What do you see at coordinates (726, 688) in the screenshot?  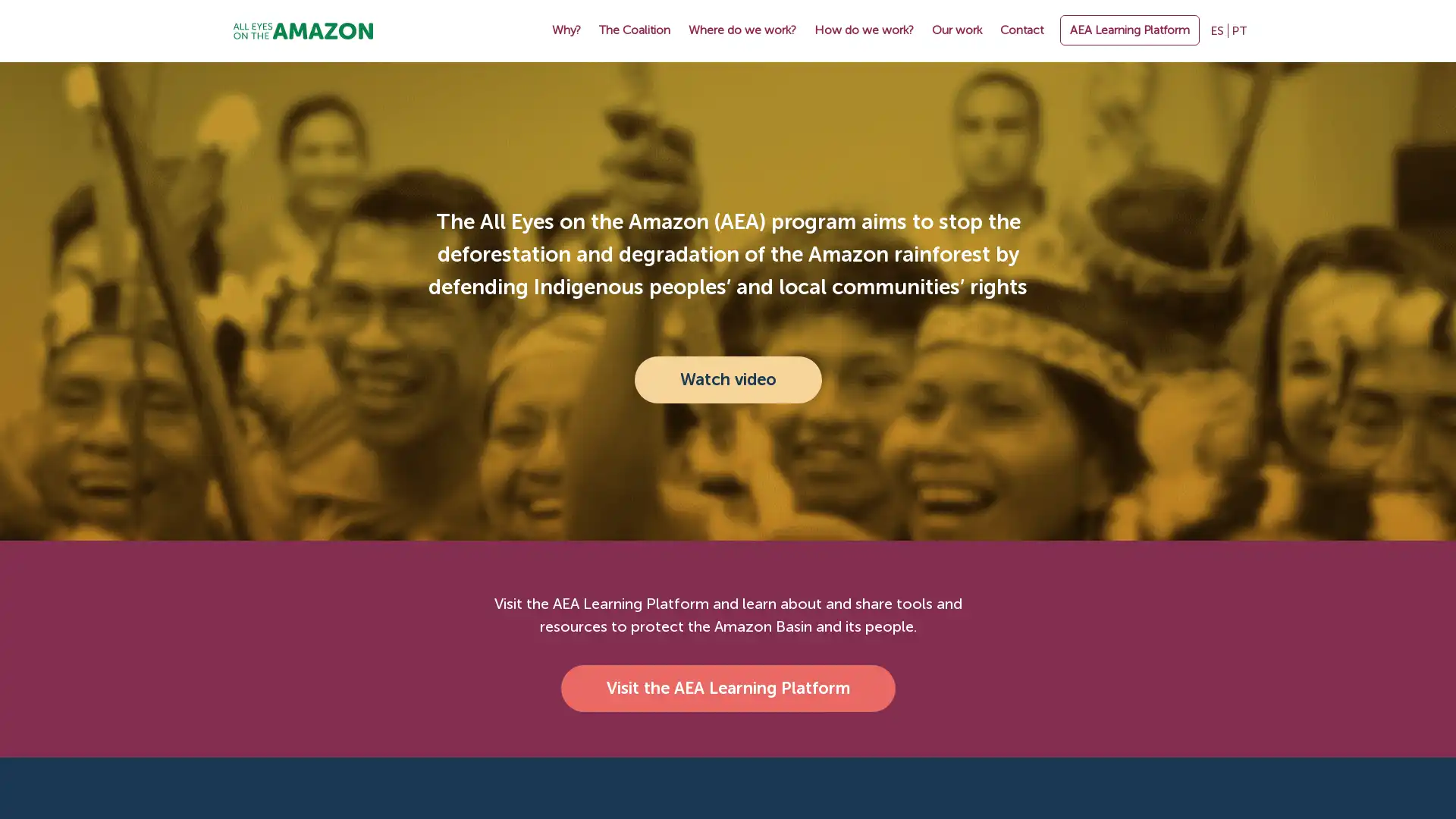 I see `Visit the AEA Learning Platform` at bounding box center [726, 688].